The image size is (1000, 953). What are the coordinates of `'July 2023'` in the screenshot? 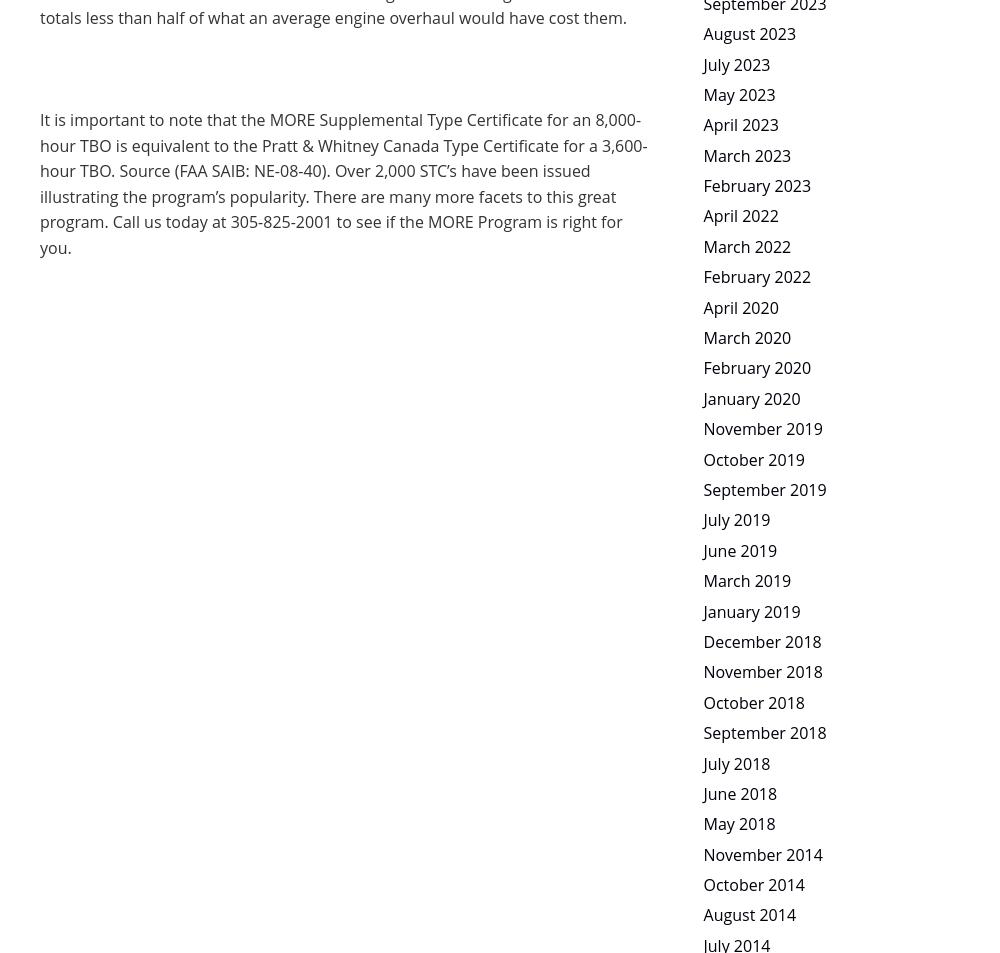 It's located at (735, 63).